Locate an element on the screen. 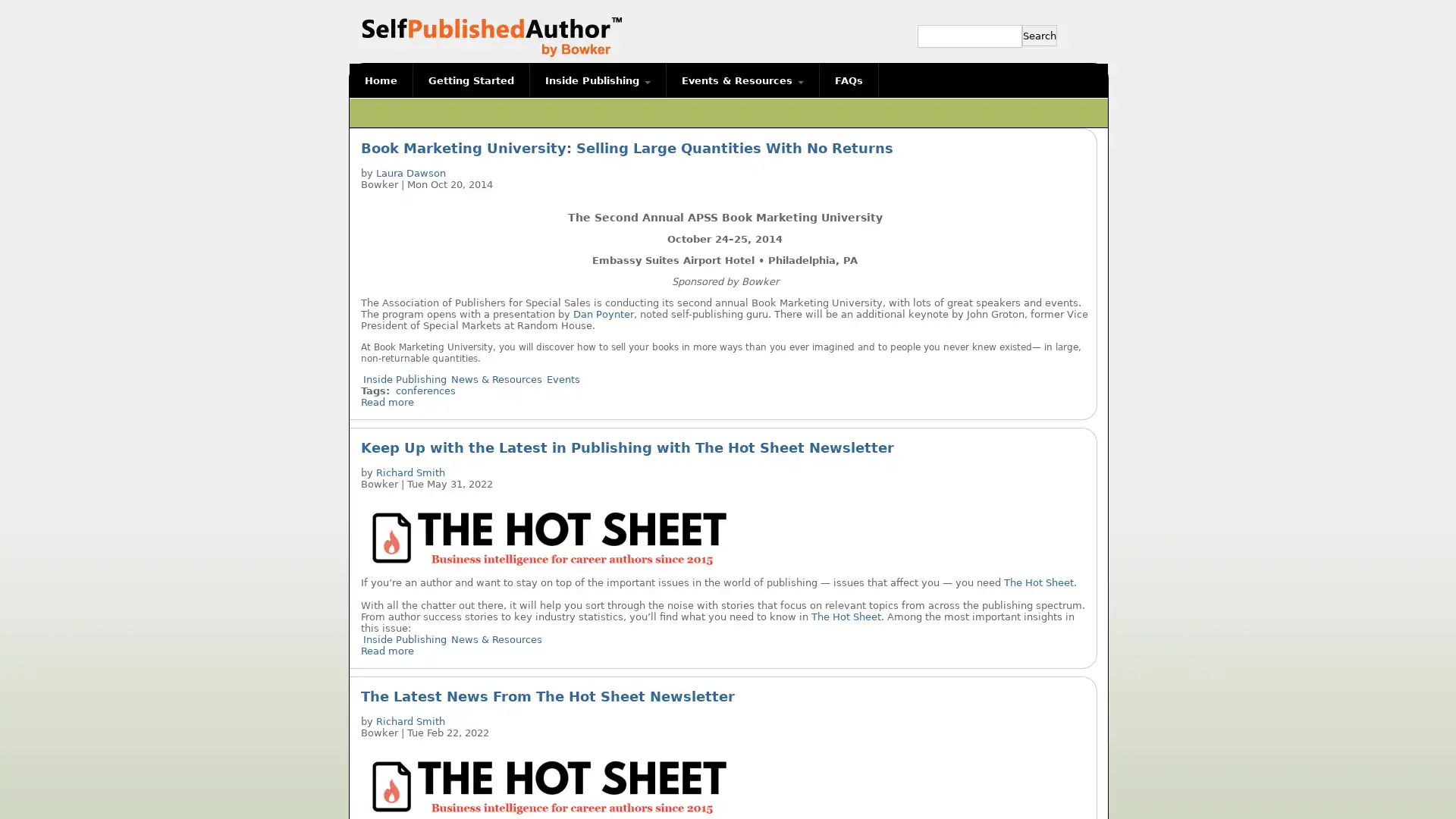  Search is located at coordinates (1039, 34).